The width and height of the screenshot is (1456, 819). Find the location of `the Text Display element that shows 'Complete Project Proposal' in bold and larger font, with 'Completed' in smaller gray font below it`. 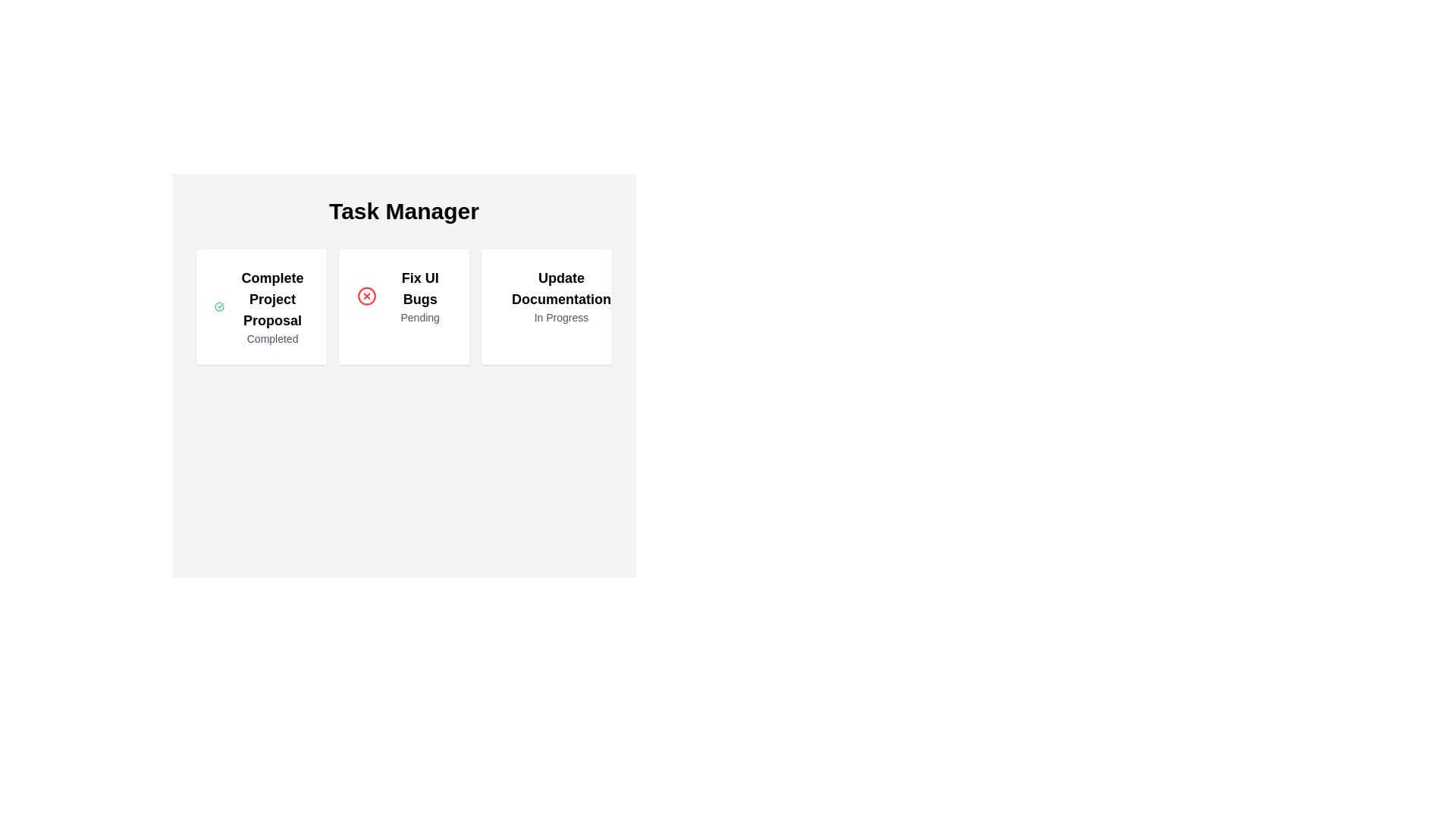

the Text Display element that shows 'Complete Project Proposal' in bold and larger font, with 'Completed' in smaller gray font below it is located at coordinates (272, 307).